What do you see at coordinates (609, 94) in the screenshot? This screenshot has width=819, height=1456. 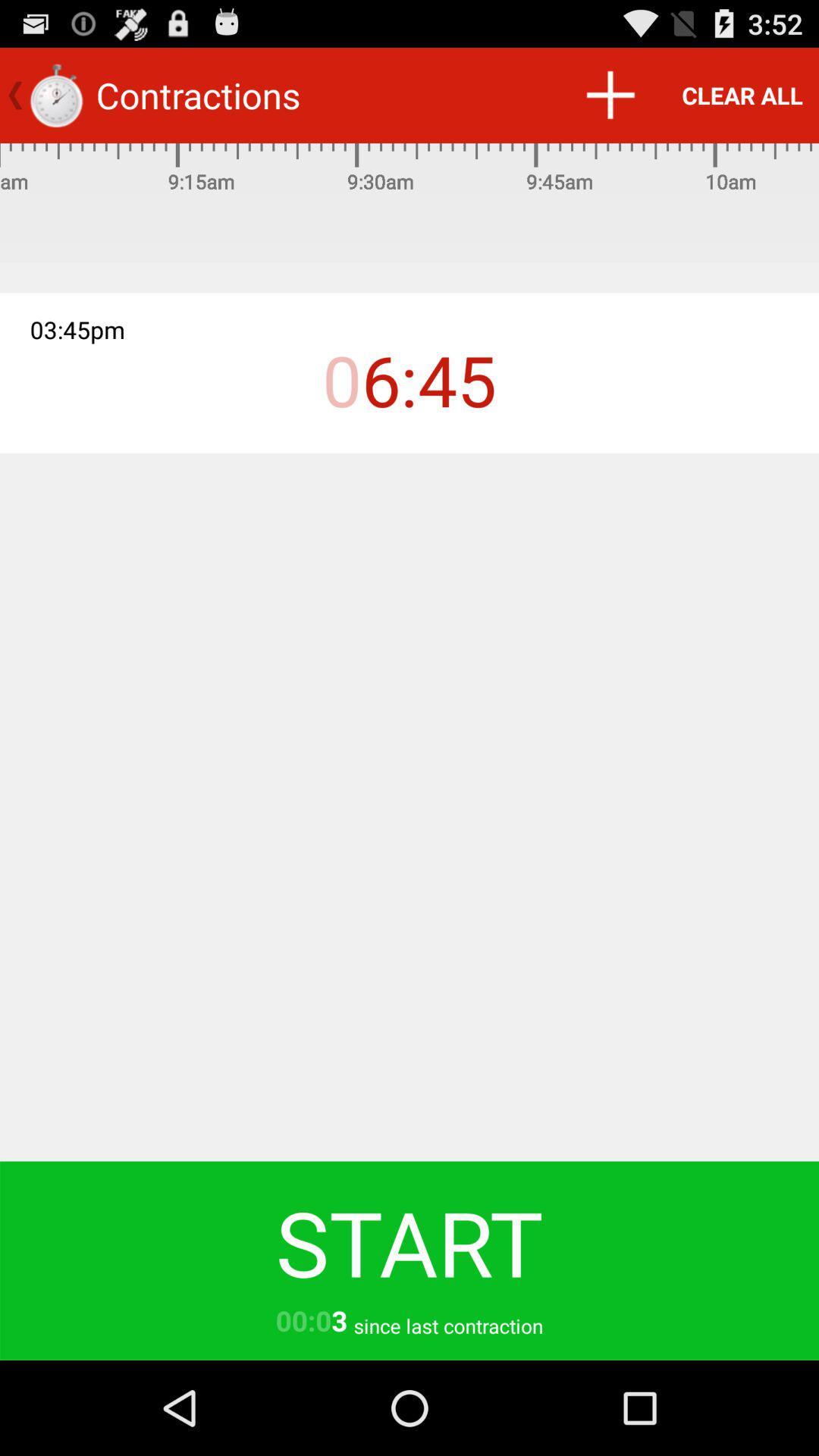 I see `the item next to contractions icon` at bounding box center [609, 94].